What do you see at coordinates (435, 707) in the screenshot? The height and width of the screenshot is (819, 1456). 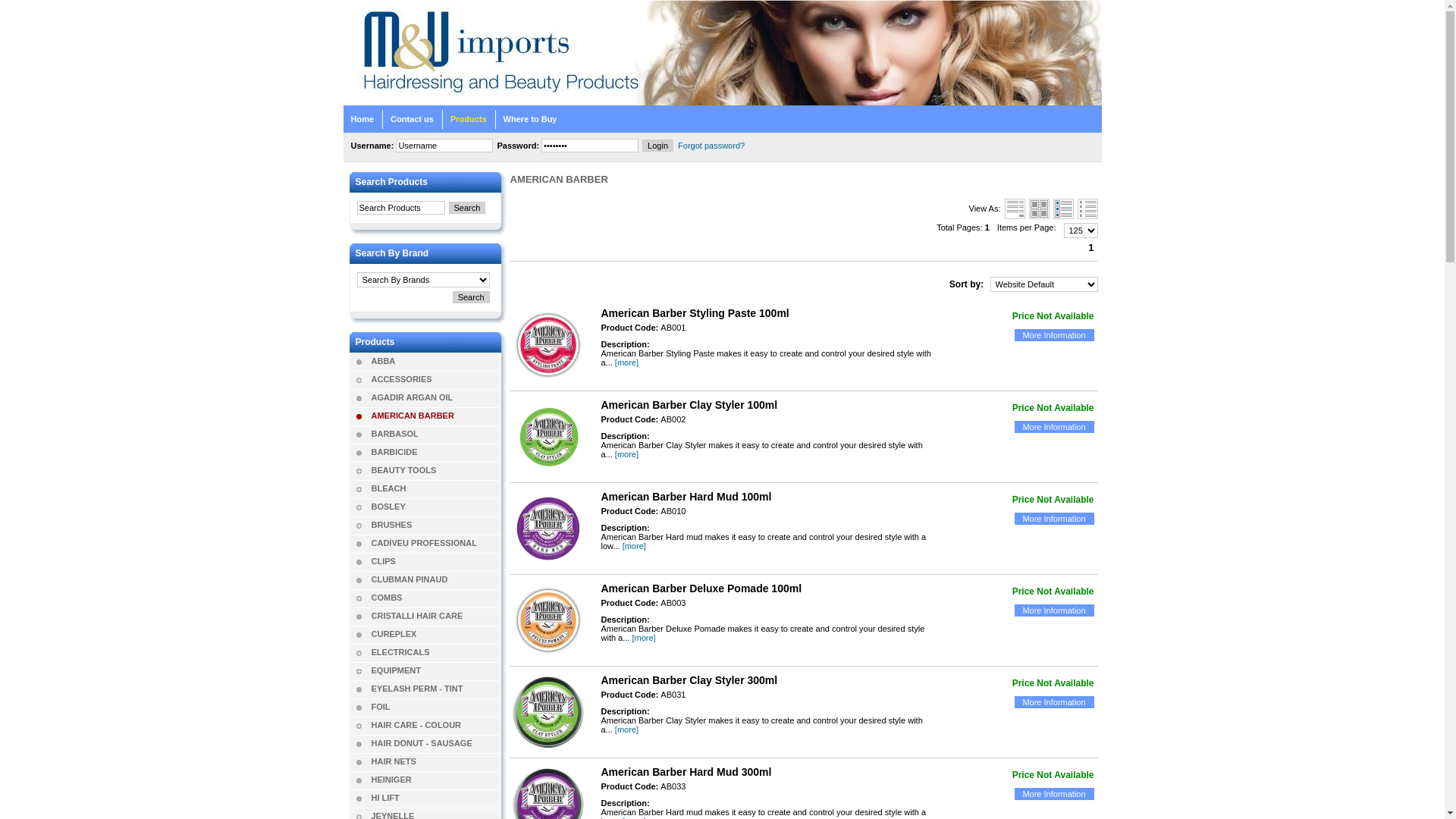 I see `'FOIL'` at bounding box center [435, 707].